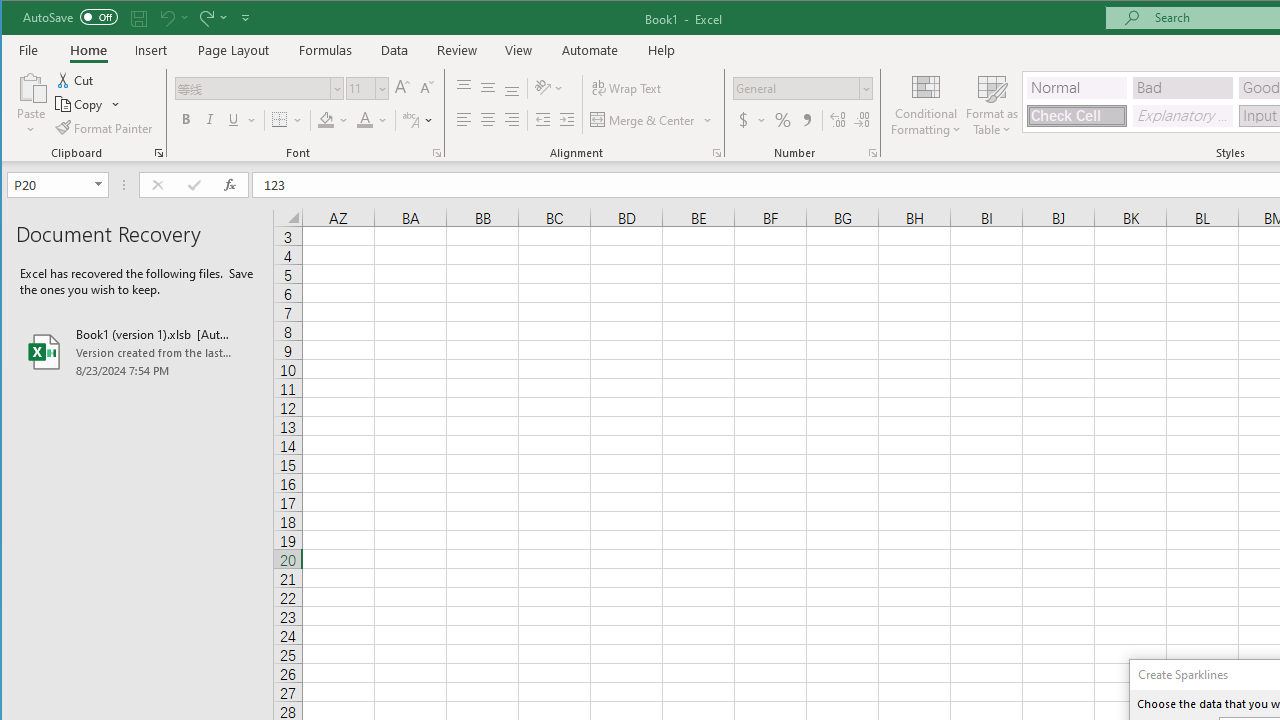 This screenshot has height=720, width=1280. Describe the element at coordinates (716, 152) in the screenshot. I see `'Format Cell Alignment'` at that location.